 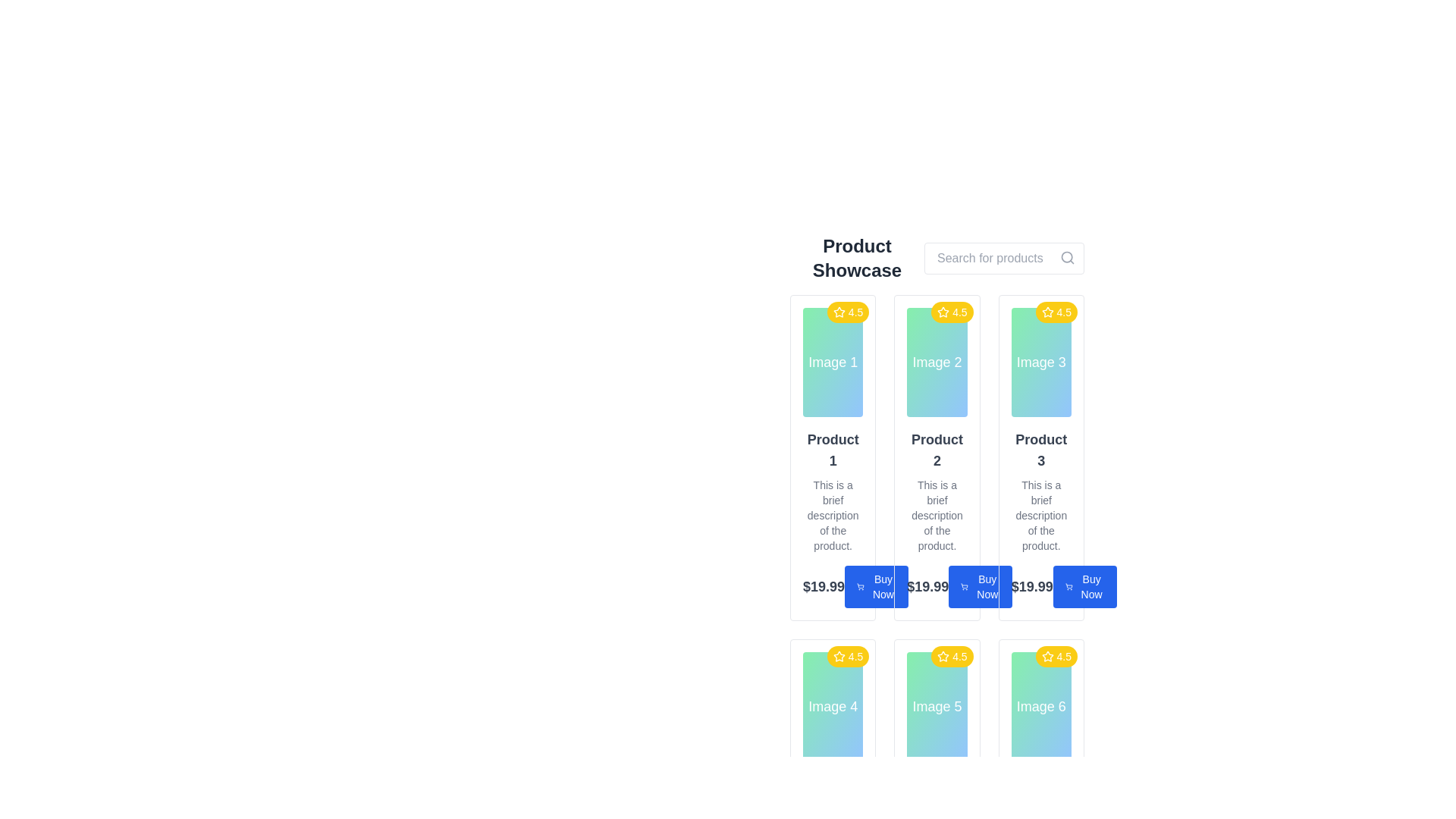 What do you see at coordinates (847, 312) in the screenshot?
I see `the rating indicator displaying '4.5' on a yellow background with a star icon, located at the top-right corner of the card for 'Product 1'` at bounding box center [847, 312].